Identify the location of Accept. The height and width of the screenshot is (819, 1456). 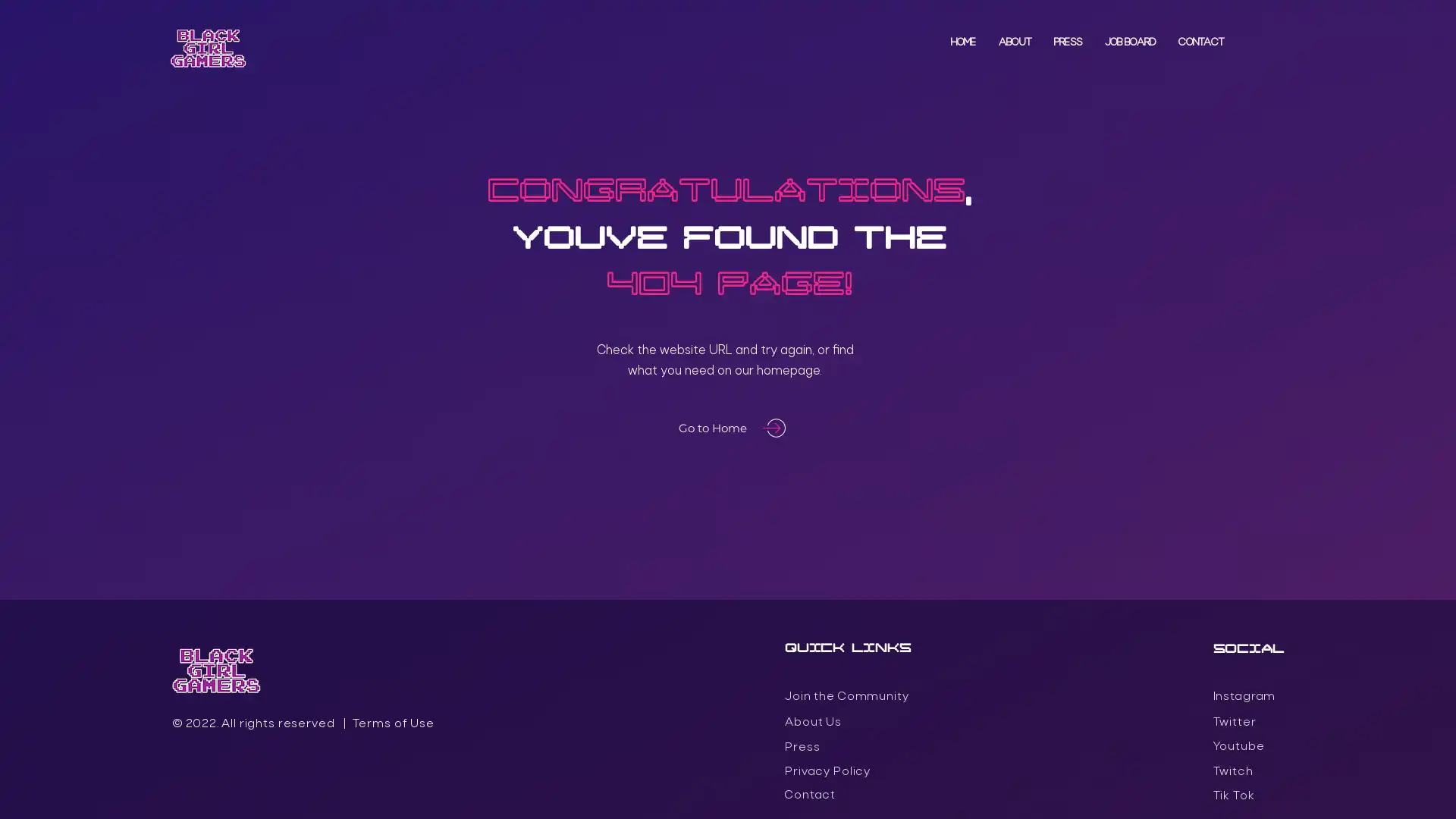
(1391, 794).